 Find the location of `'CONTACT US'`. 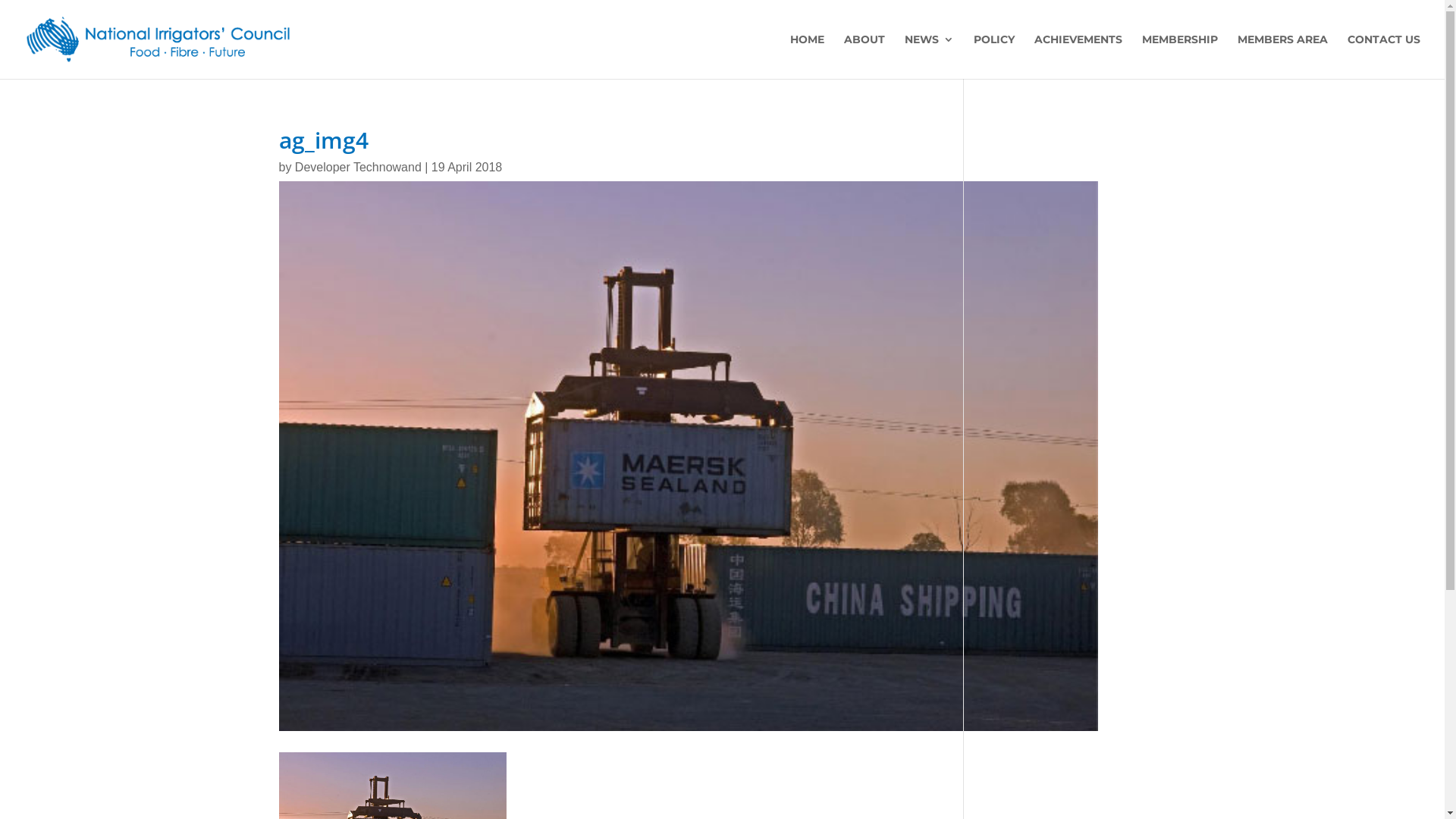

'CONTACT US' is located at coordinates (1383, 55).